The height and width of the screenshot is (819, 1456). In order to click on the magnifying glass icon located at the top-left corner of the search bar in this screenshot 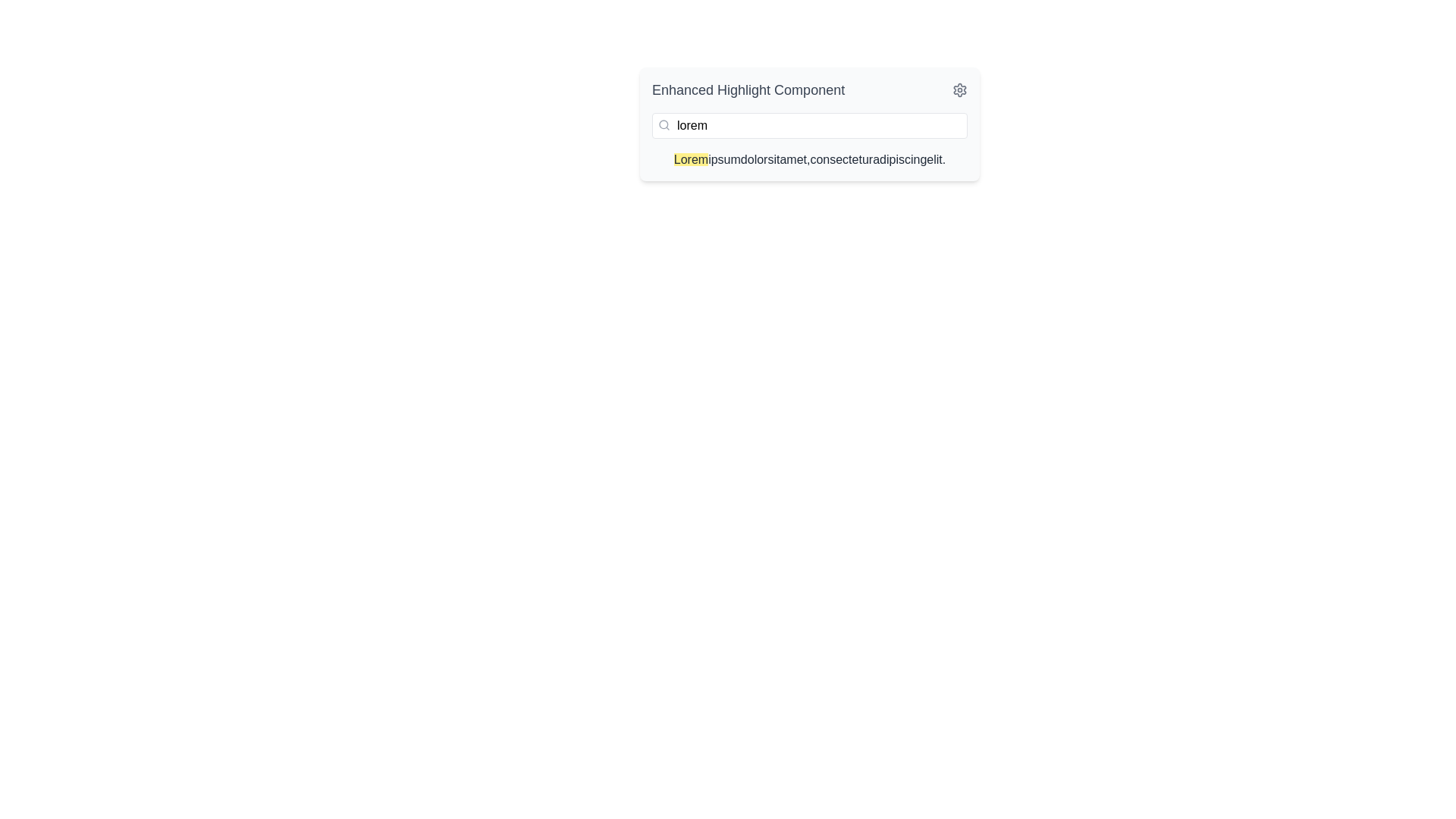, I will do `click(664, 124)`.